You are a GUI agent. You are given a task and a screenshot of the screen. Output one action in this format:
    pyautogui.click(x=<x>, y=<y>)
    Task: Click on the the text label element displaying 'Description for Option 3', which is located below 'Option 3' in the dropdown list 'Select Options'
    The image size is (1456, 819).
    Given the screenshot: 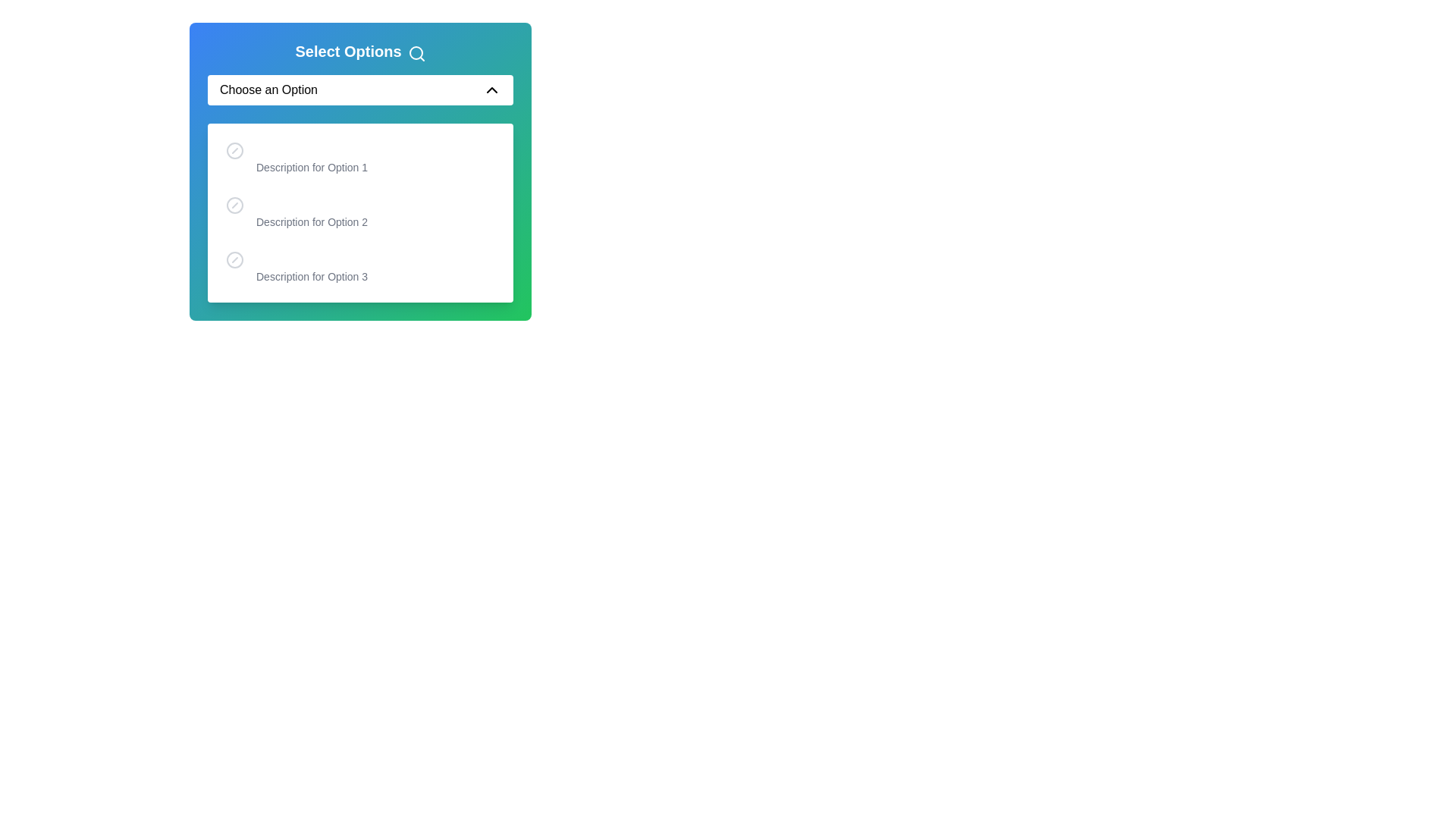 What is the action you would take?
    pyautogui.click(x=311, y=276)
    